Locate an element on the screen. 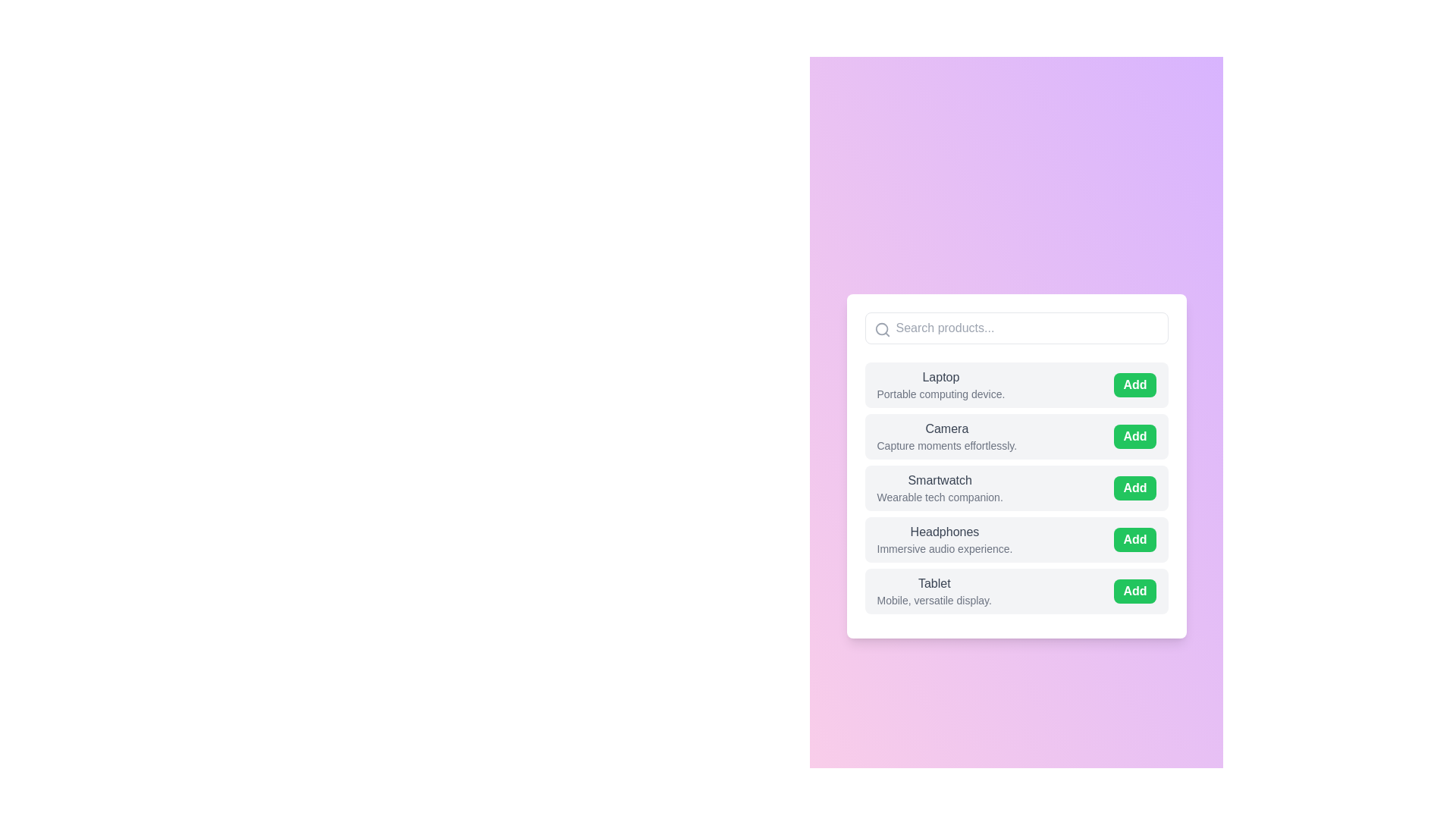 This screenshot has width=1456, height=819. information from the composite UI component labeled 'Laptop', which includes a description of 'Portable computing device.' and a green button labeled 'Add' is located at coordinates (1016, 384).